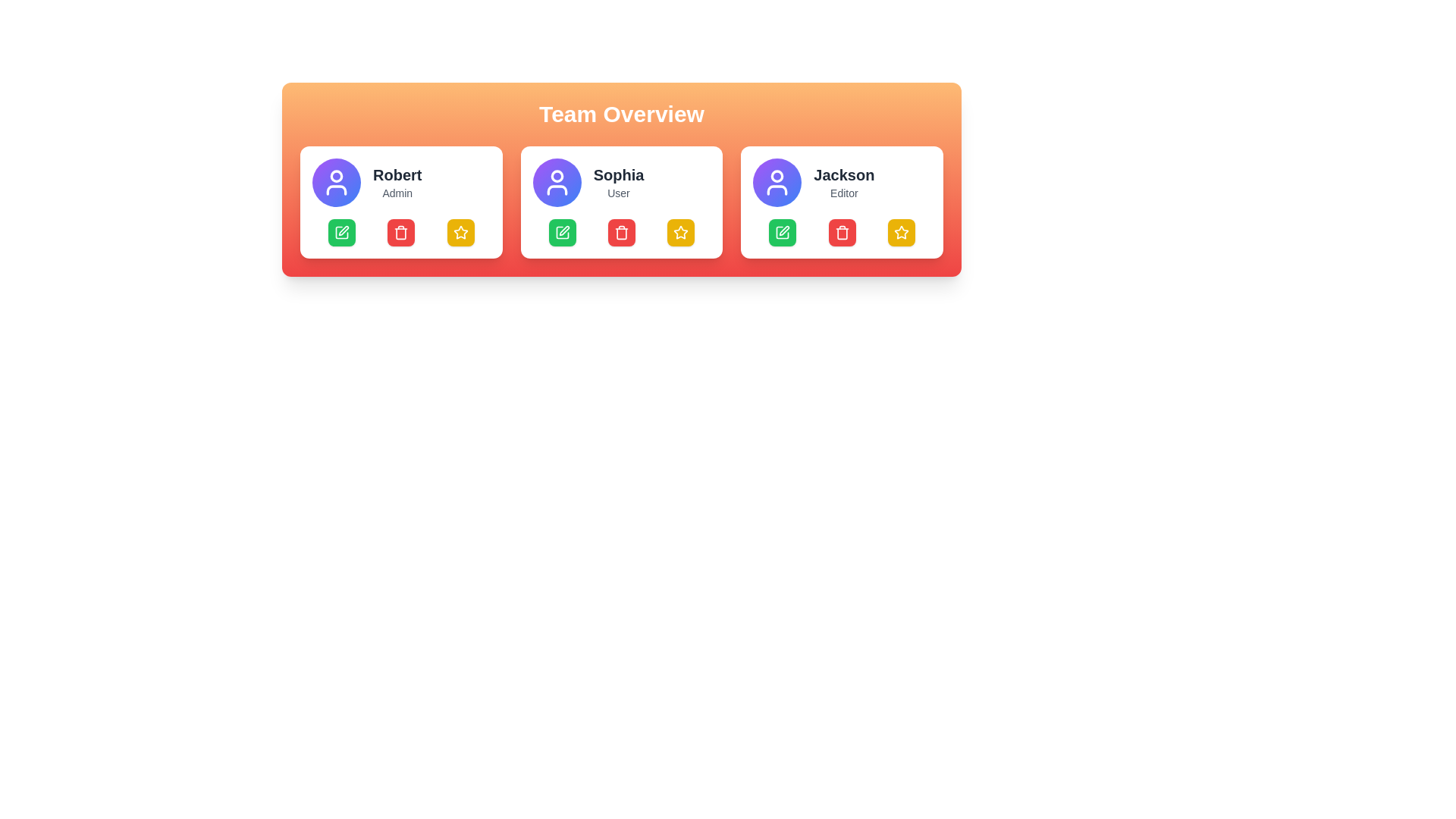  Describe the element at coordinates (460, 233) in the screenshot. I see `the yellow star-shaped icon button located in the bottom-right corner of the user card labeled 'Robert' in the 'Team Overview' section` at that location.